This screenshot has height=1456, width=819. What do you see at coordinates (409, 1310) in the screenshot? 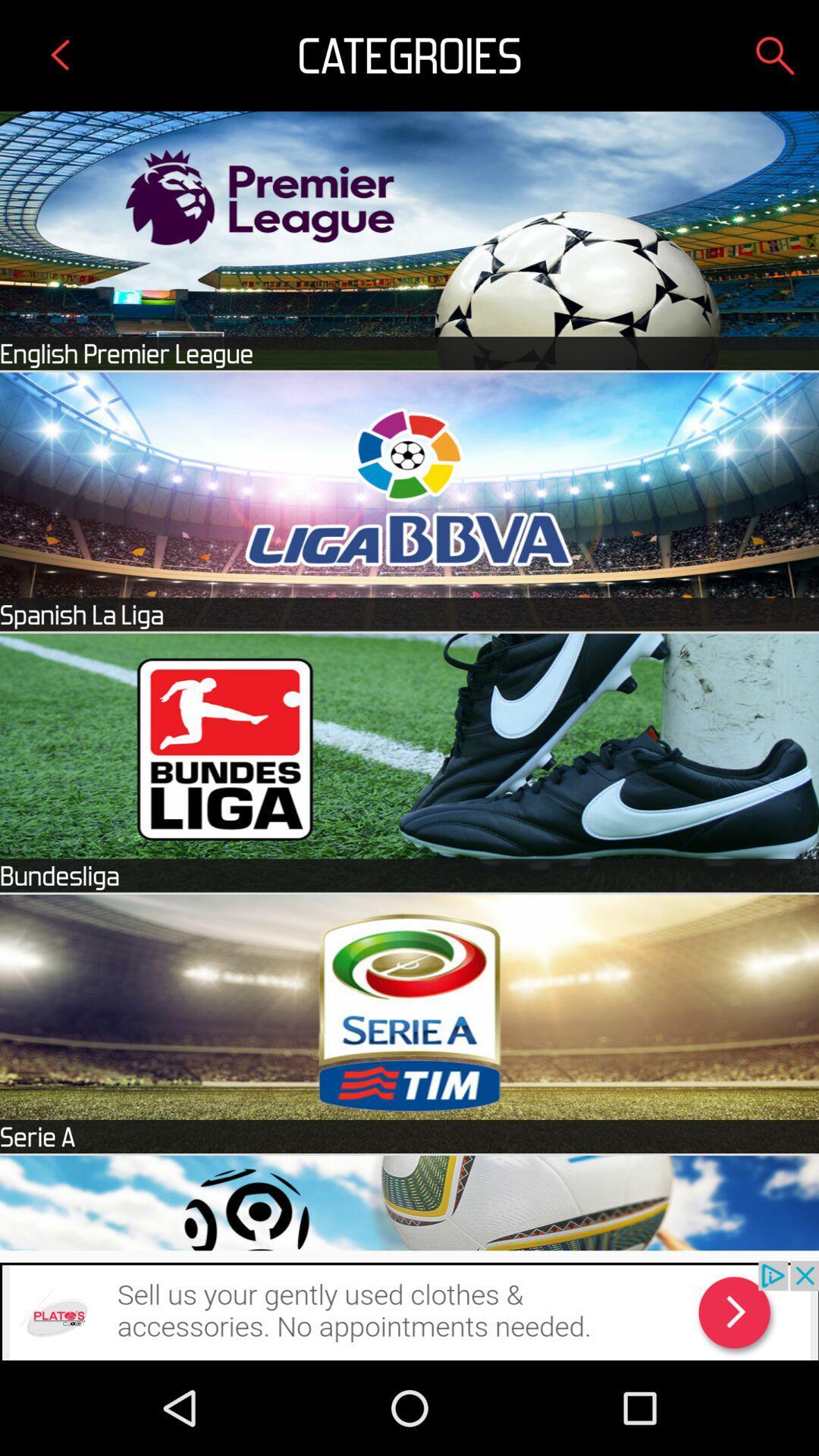
I see `advertisement` at bounding box center [409, 1310].